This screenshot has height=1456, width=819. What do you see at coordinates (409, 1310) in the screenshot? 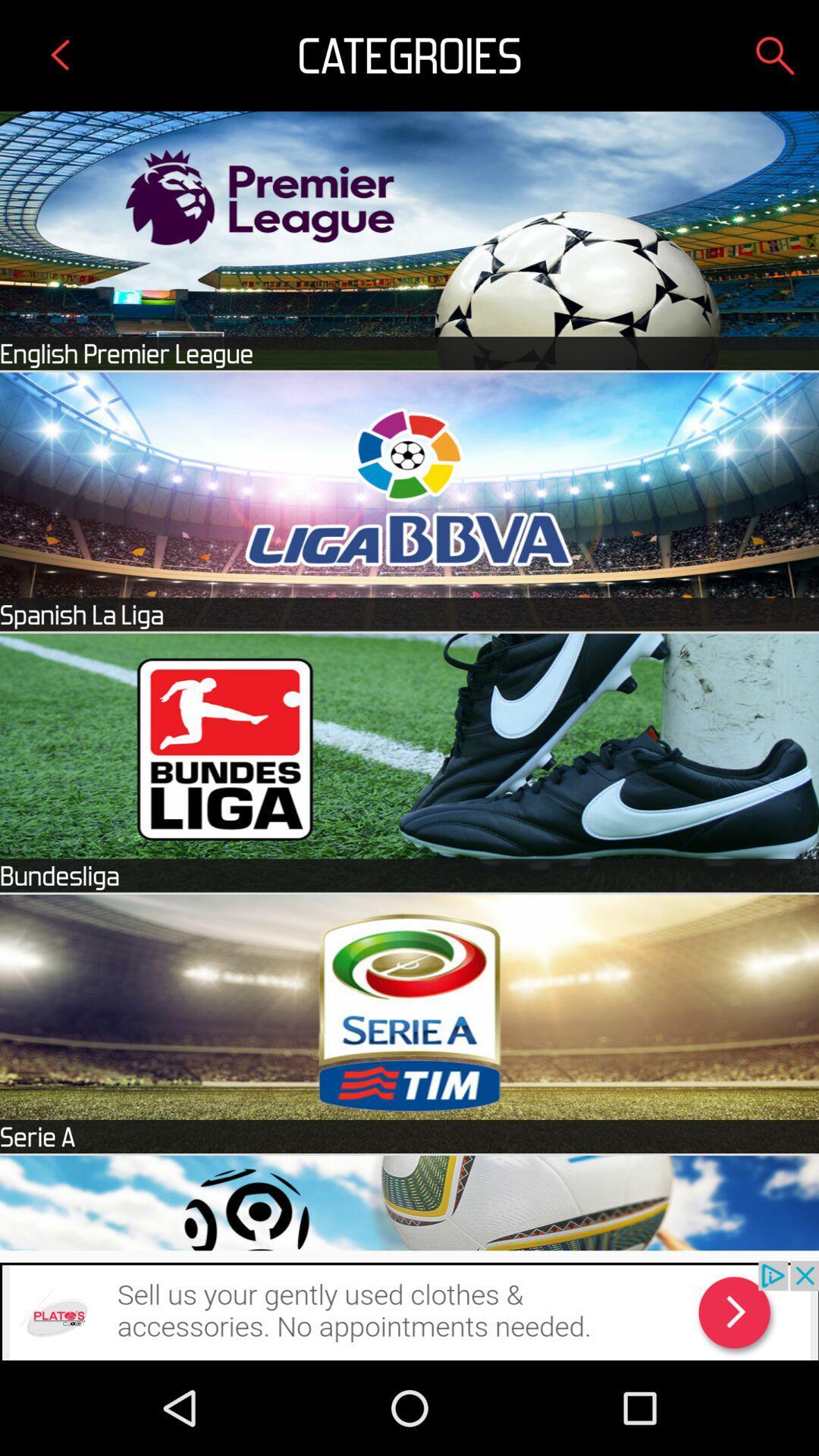
I see `advertisement` at bounding box center [409, 1310].